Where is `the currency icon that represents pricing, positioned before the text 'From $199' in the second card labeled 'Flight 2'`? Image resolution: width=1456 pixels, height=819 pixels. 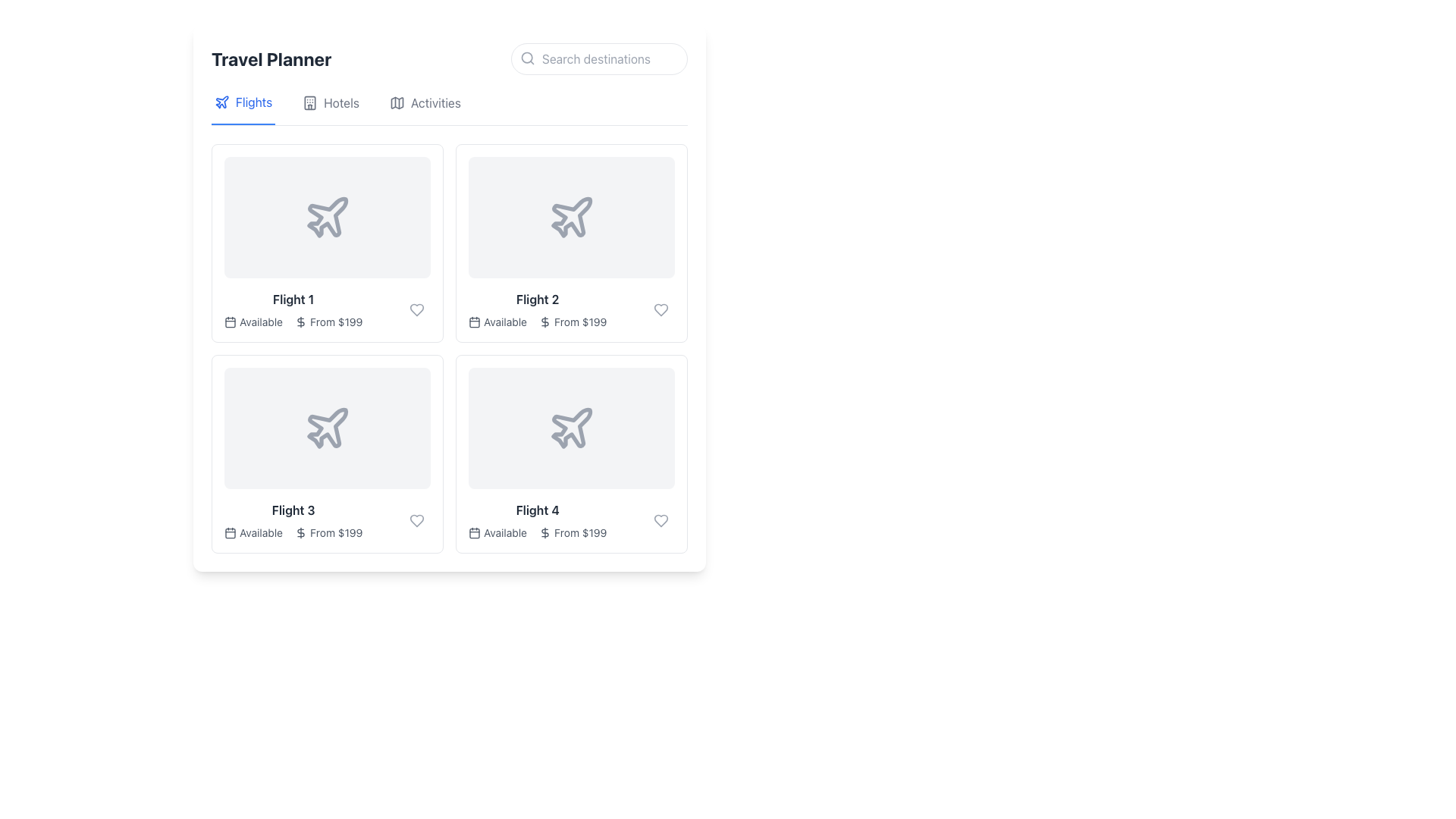 the currency icon that represents pricing, positioned before the text 'From $199' in the second card labeled 'Flight 2' is located at coordinates (545, 321).